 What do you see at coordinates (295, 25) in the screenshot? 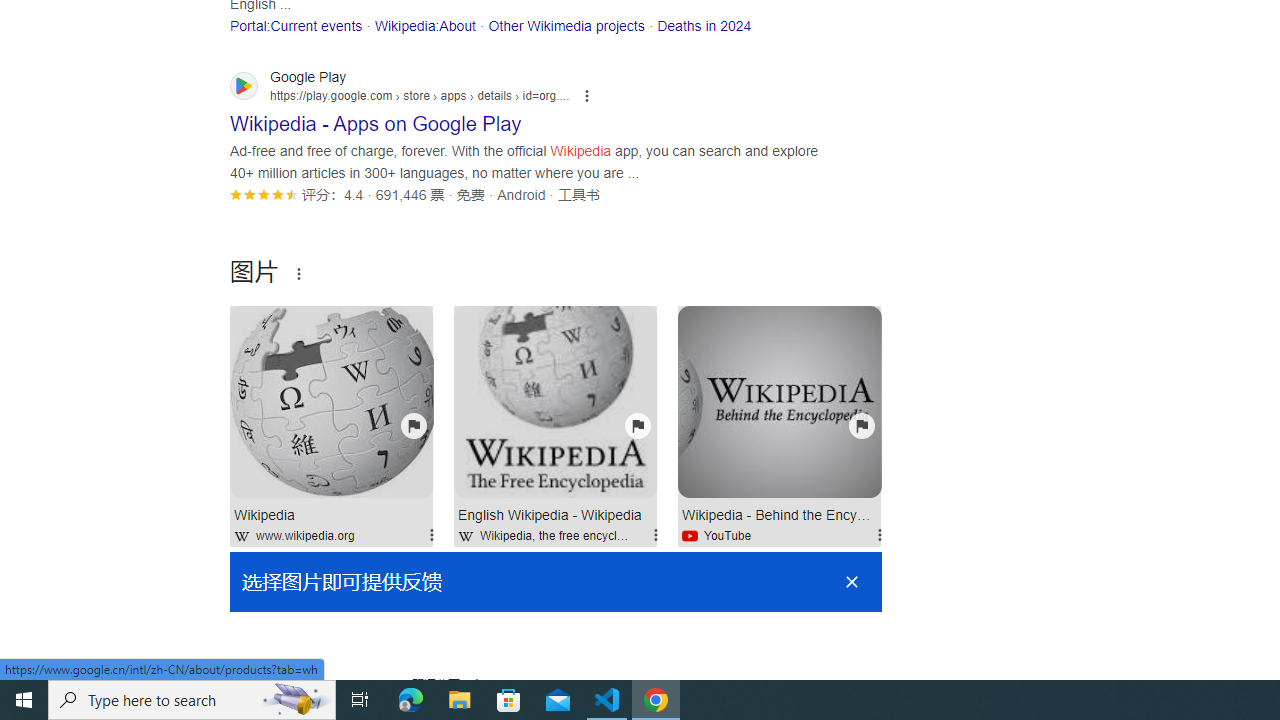
I see `'Portal:Current events'` at bounding box center [295, 25].